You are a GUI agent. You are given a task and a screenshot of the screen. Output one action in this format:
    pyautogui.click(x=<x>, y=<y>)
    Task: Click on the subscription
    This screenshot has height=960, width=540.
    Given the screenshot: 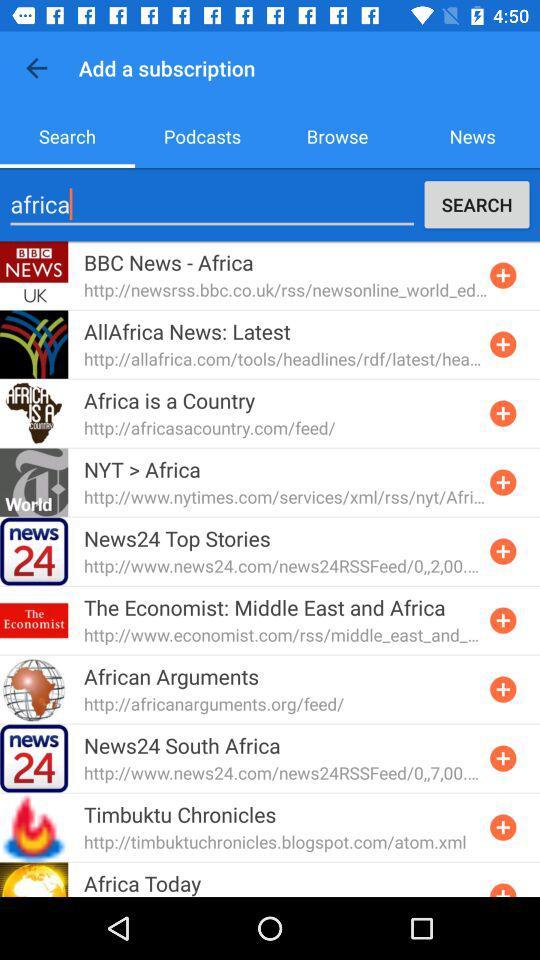 What is the action you would take?
    pyautogui.click(x=502, y=344)
    